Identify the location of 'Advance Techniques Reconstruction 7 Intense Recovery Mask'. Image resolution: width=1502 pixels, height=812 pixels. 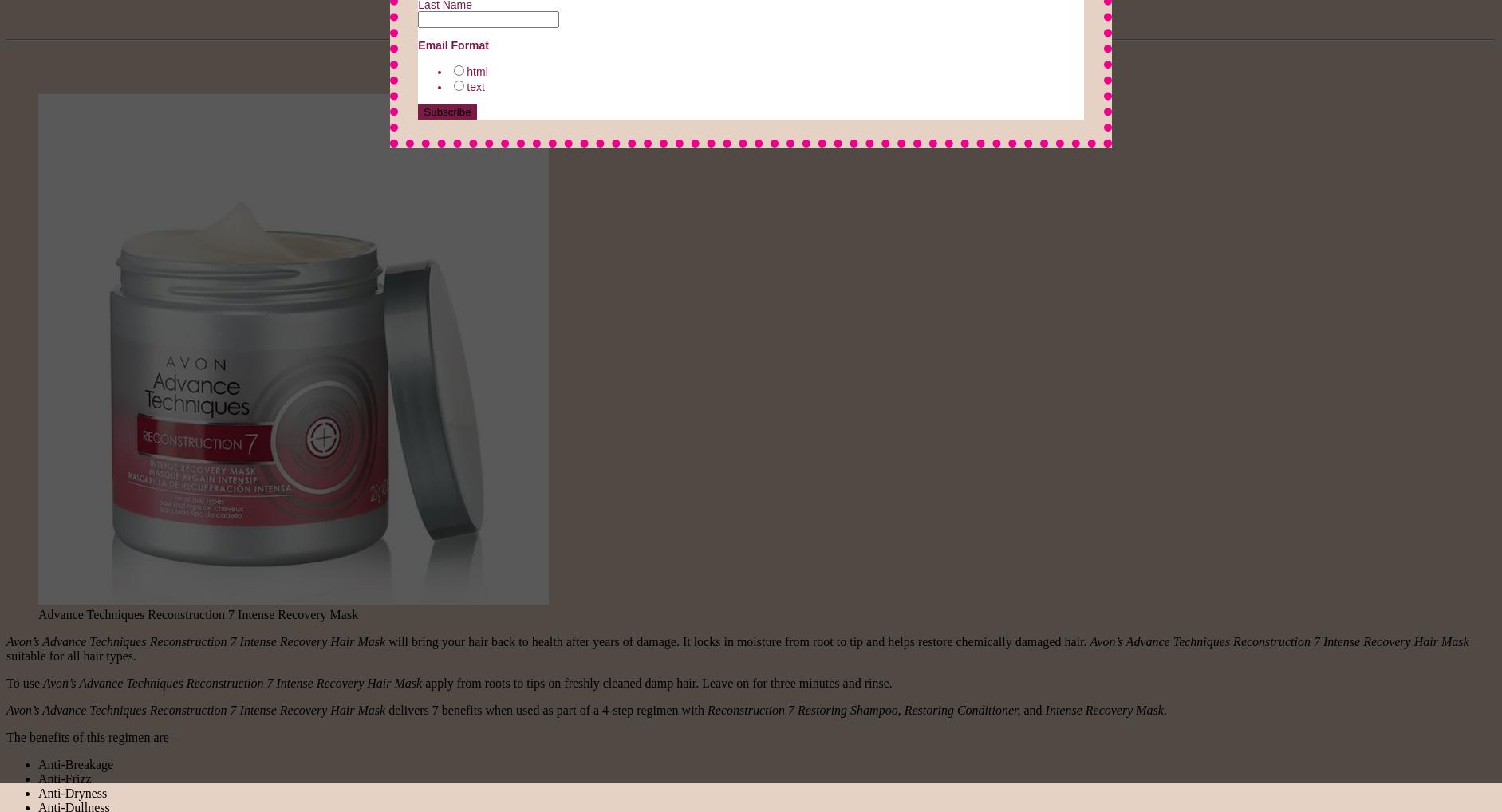
(198, 613).